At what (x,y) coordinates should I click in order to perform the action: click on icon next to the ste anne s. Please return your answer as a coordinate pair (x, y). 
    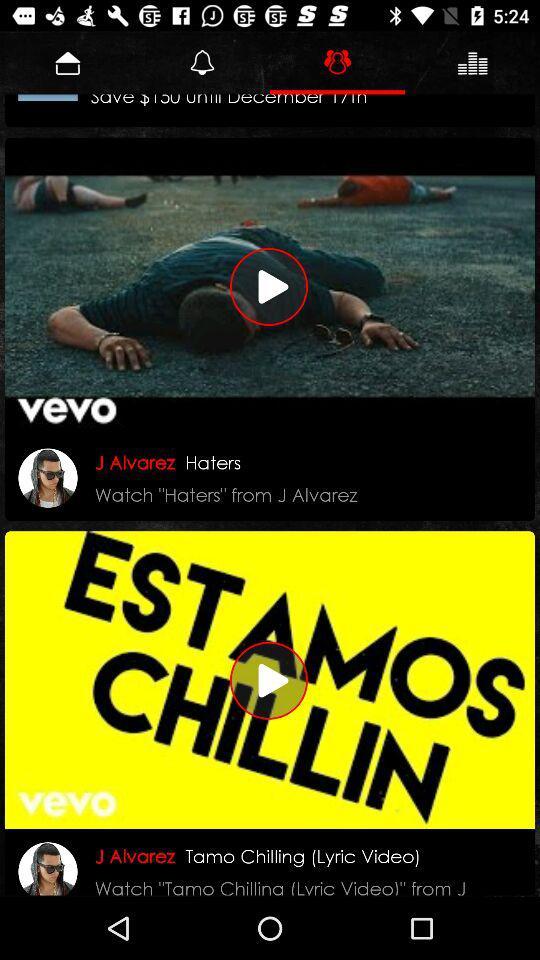
    Looking at the image, I should click on (48, 97).